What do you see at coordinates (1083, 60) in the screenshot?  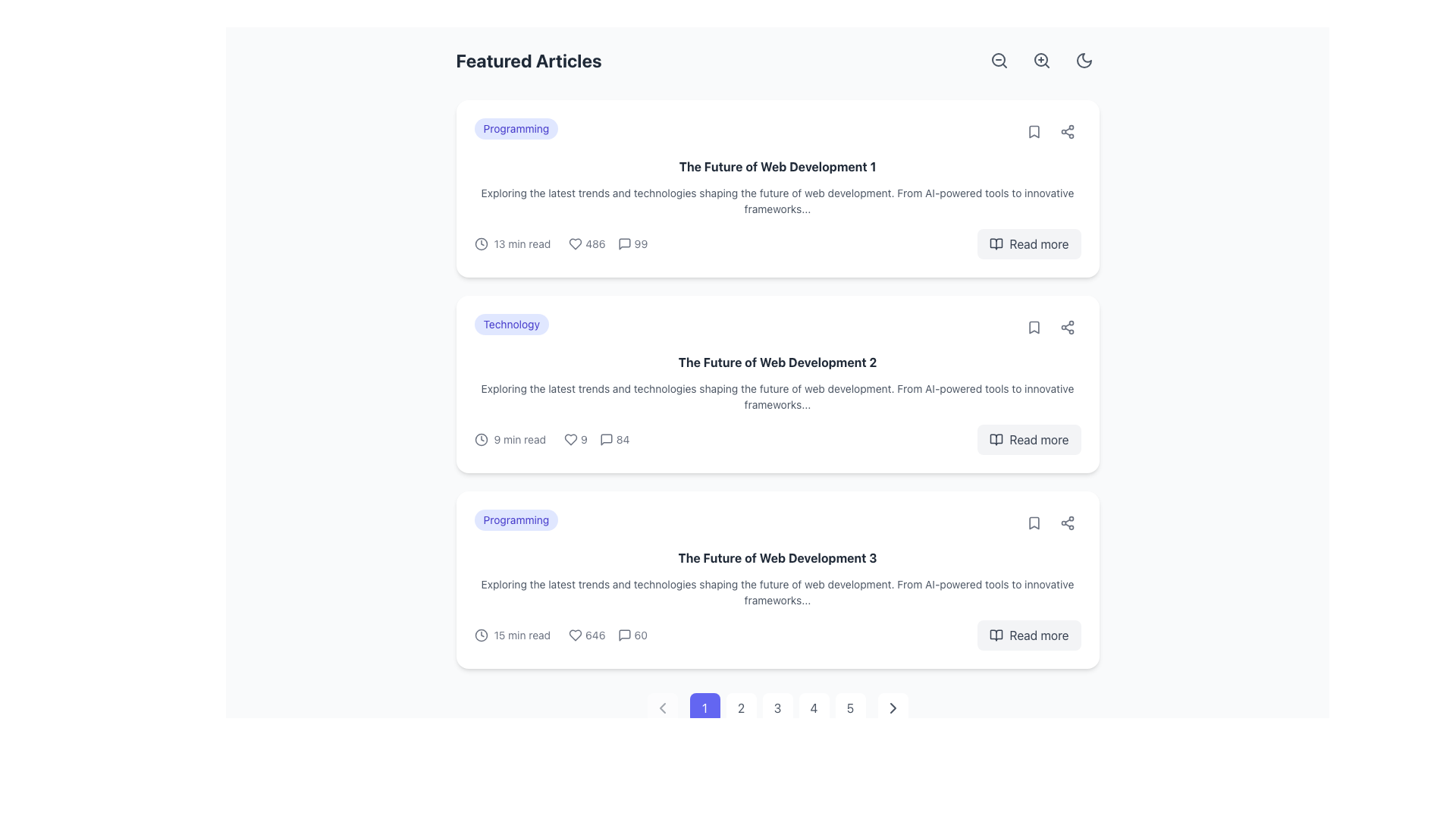 I see `the mode toggle icon located in the top-right corner of the user interface` at bounding box center [1083, 60].